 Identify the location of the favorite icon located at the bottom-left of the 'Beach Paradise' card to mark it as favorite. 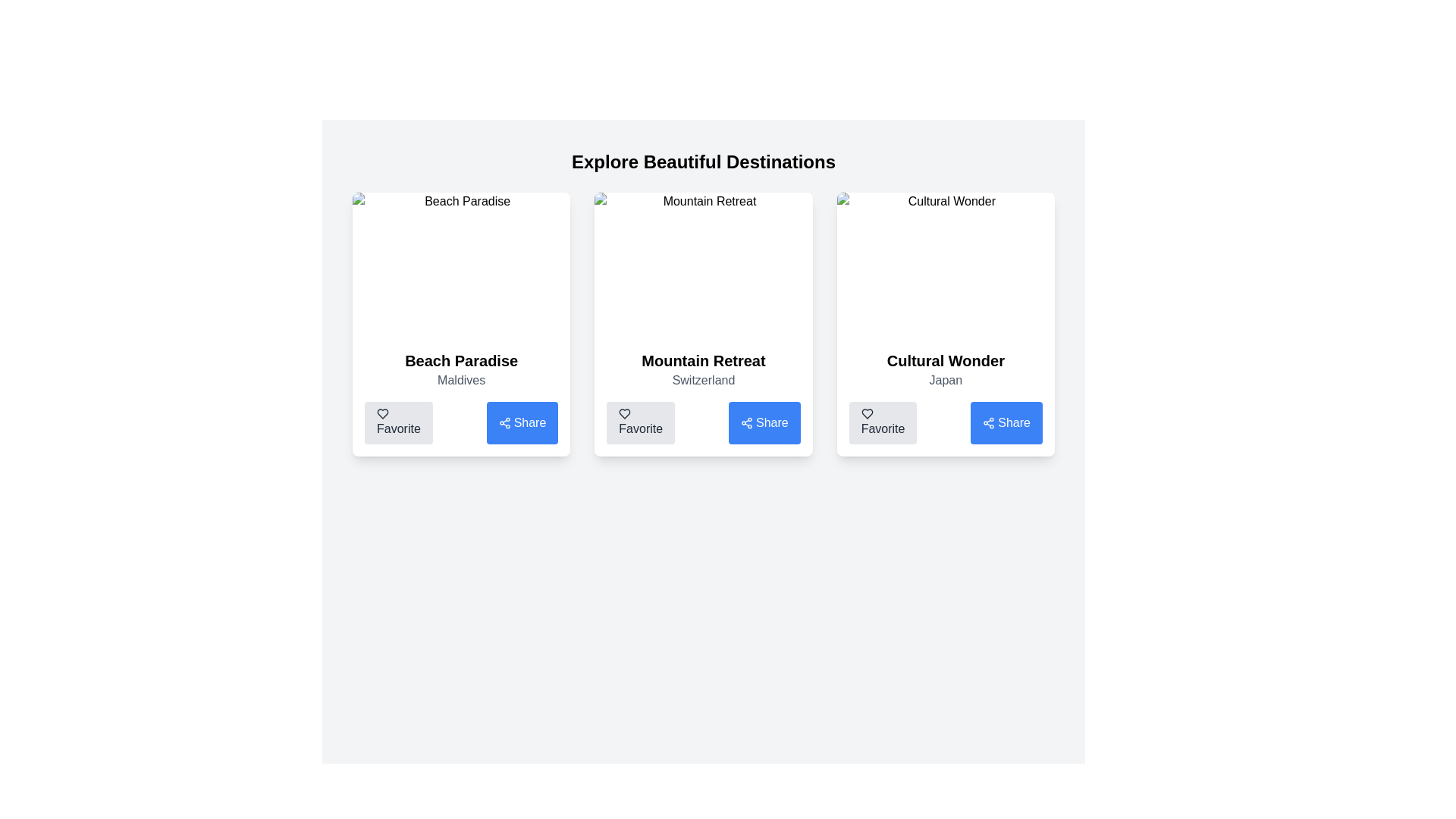
(382, 414).